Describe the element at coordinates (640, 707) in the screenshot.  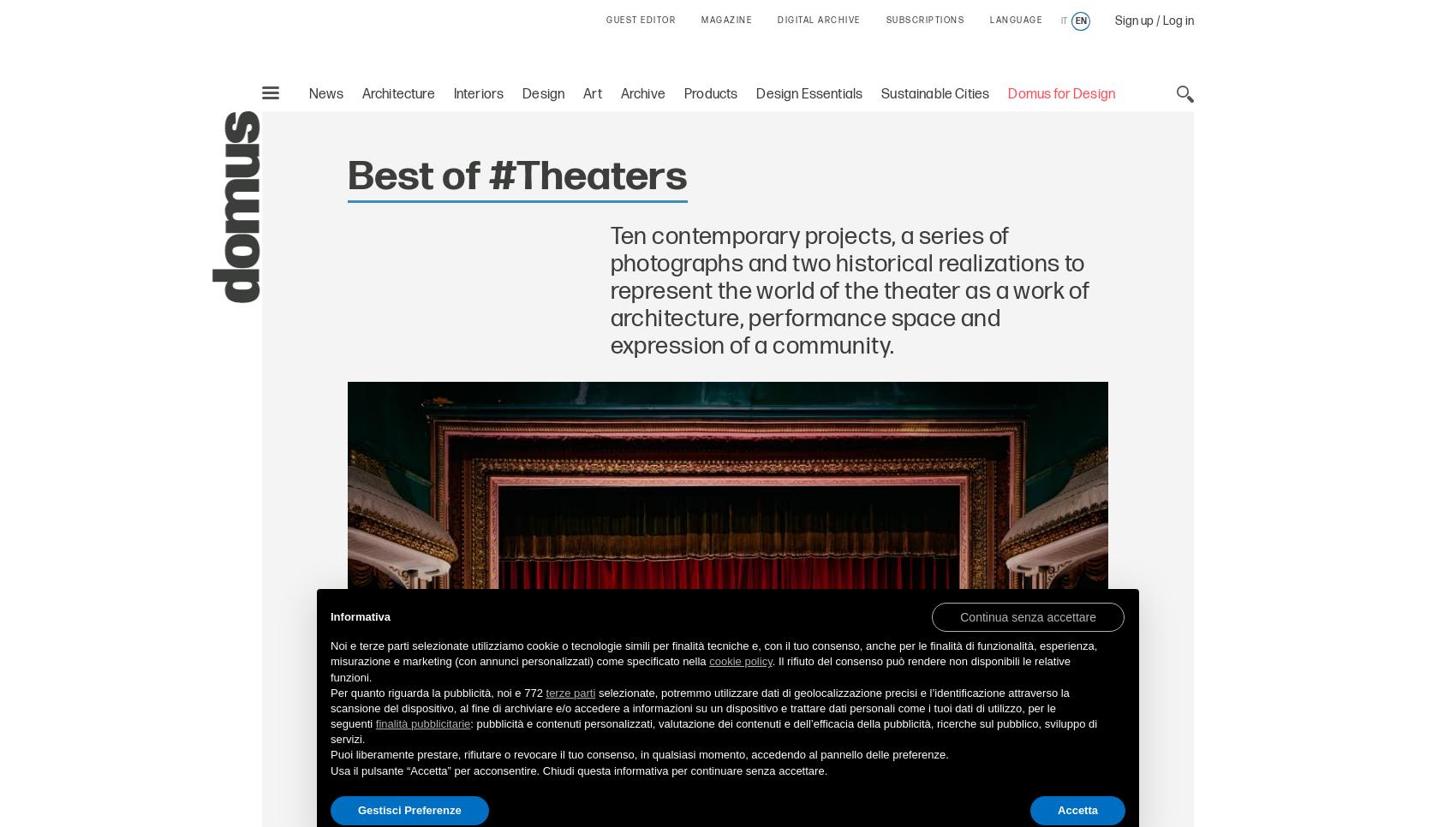
I see `'archiviare e/o accedere a informazioni su un dispositivo'` at that location.